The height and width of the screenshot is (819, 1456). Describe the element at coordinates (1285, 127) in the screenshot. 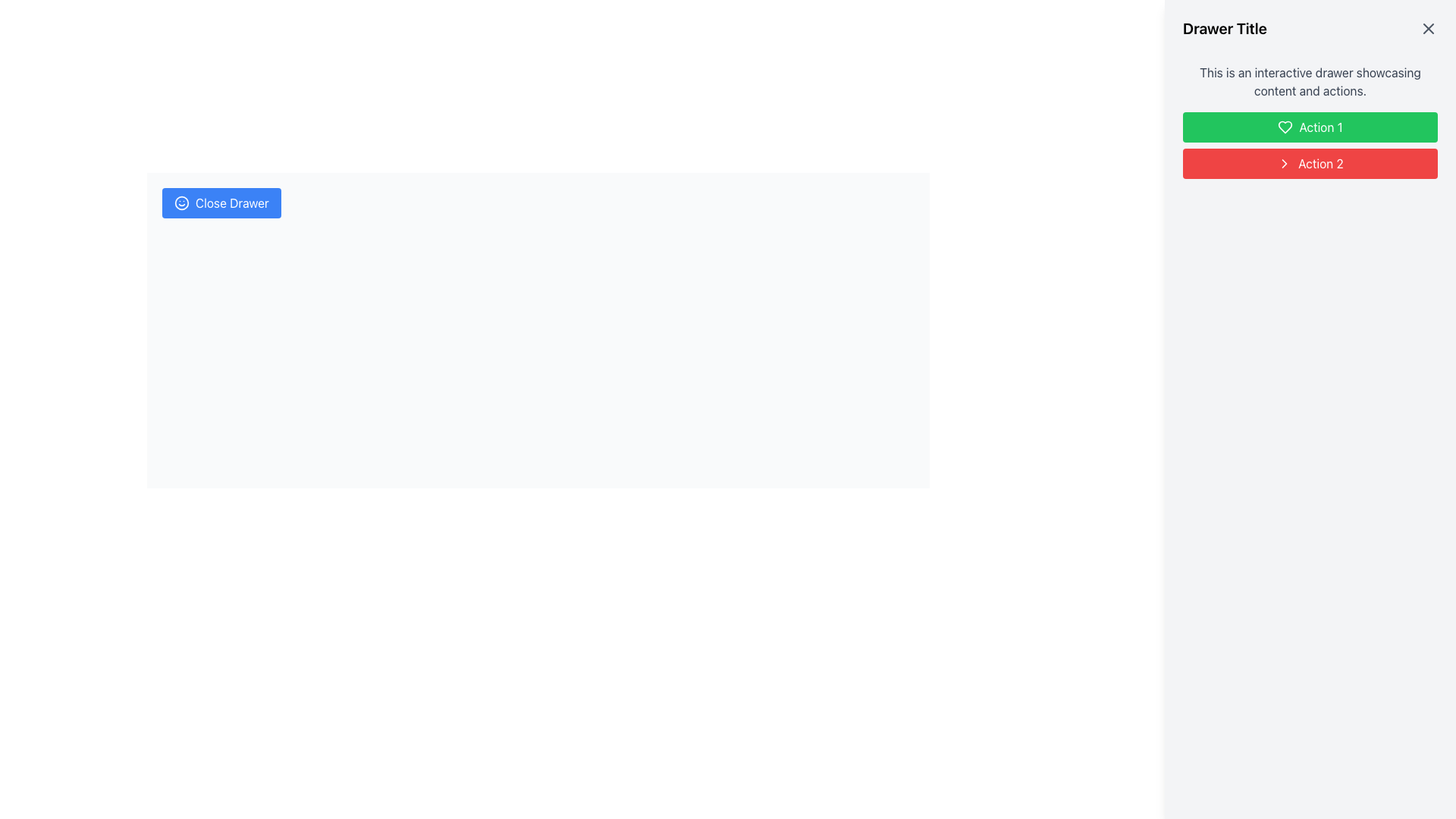

I see `the heart-shaped icon's containing button labeled 'Action 1' that is located in the right-hand interactive drawer` at that location.